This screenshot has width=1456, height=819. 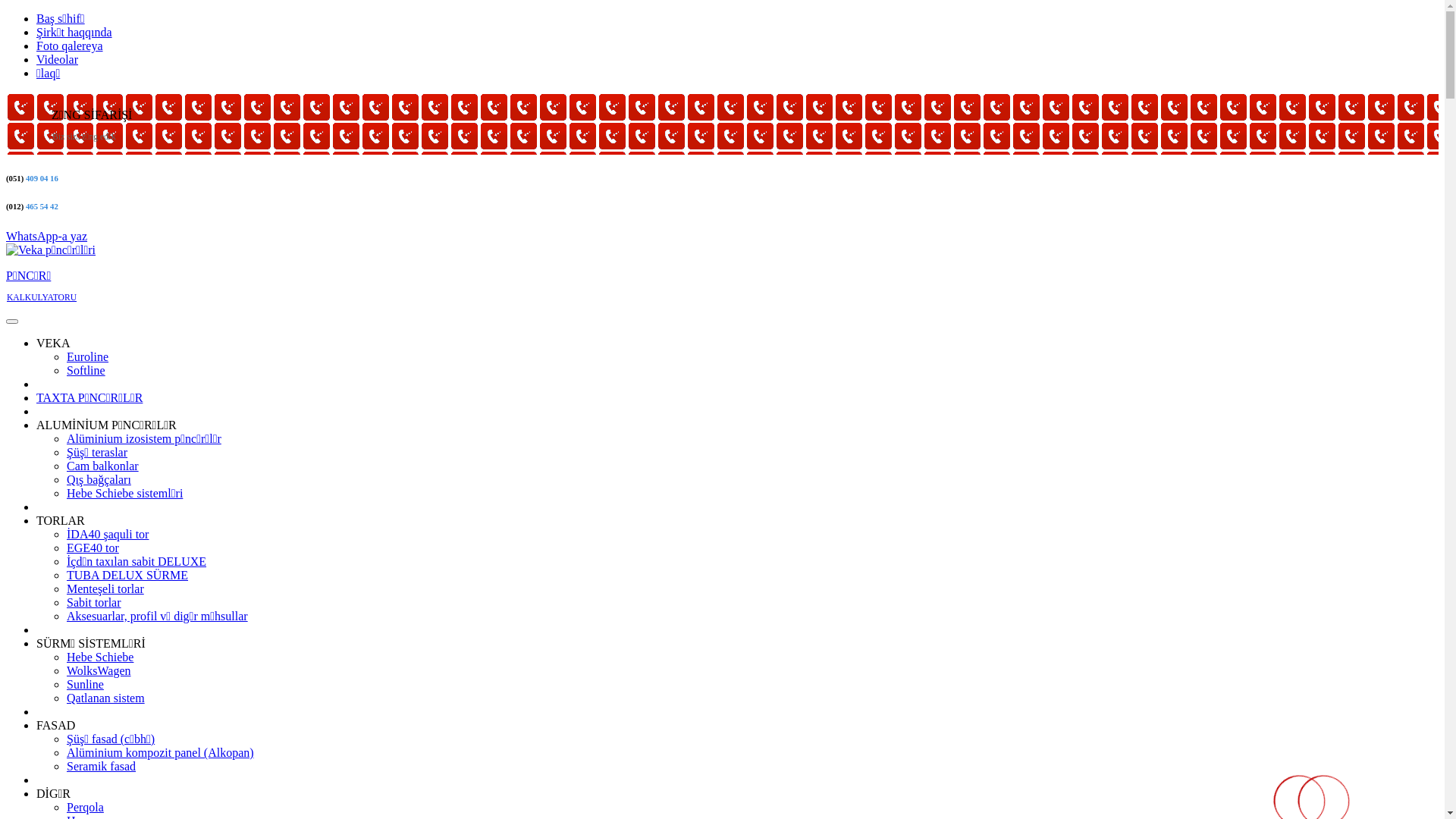 What do you see at coordinates (85, 370) in the screenshot?
I see `'Softline'` at bounding box center [85, 370].